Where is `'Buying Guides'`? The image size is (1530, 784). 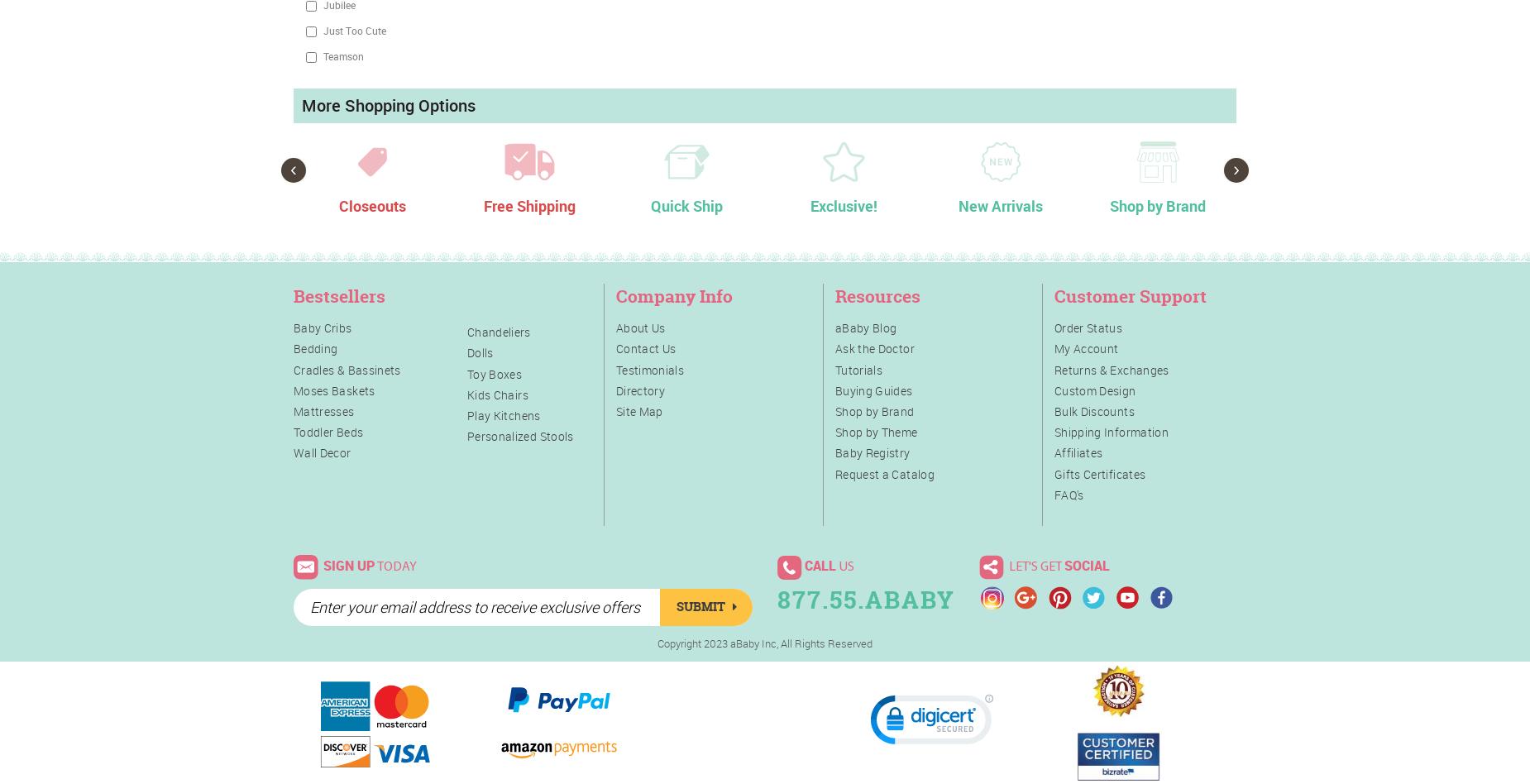 'Buying Guides' is located at coordinates (872, 389).